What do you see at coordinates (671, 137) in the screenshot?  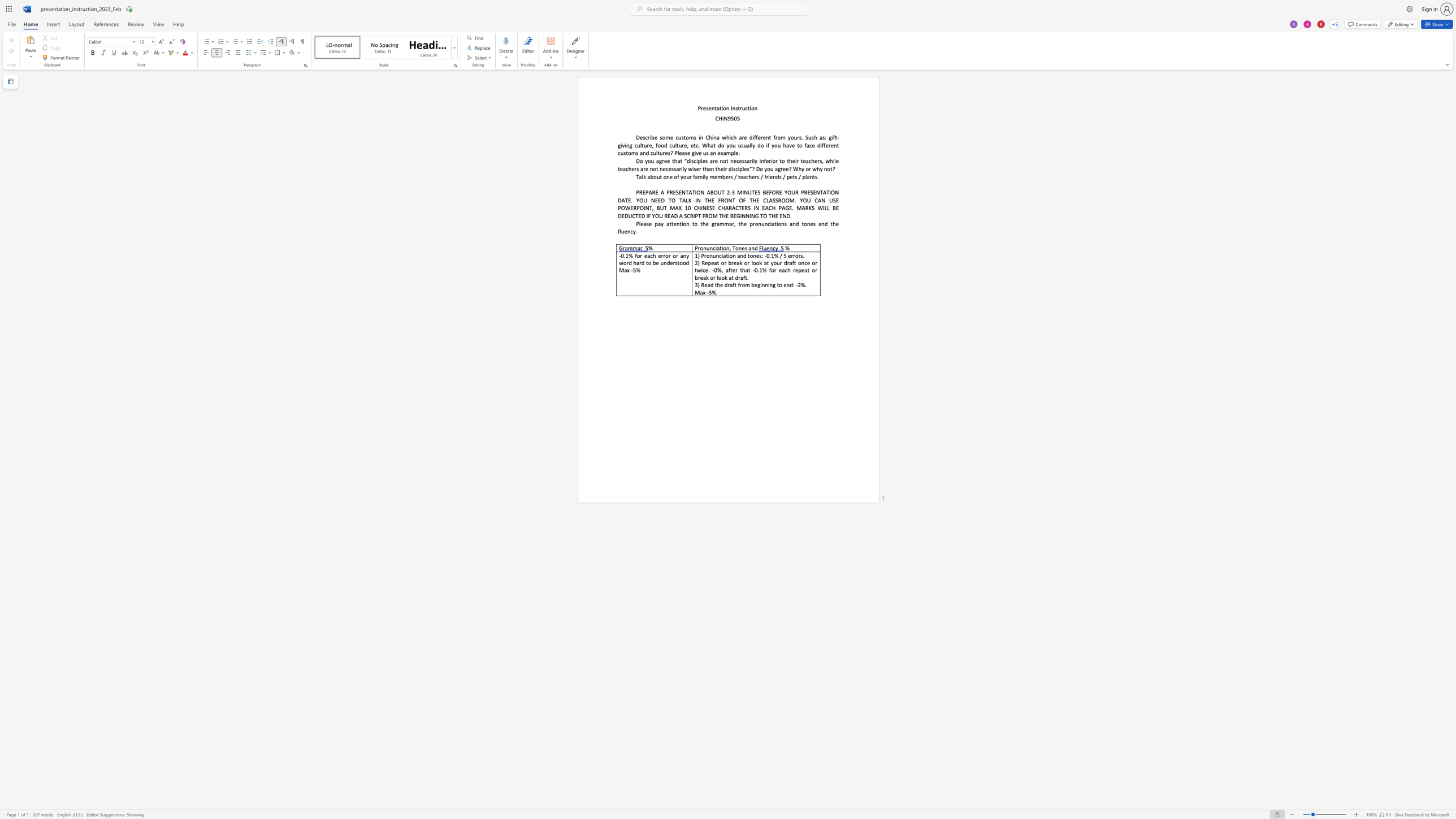 I see `the 3th character "e" in the text` at bounding box center [671, 137].